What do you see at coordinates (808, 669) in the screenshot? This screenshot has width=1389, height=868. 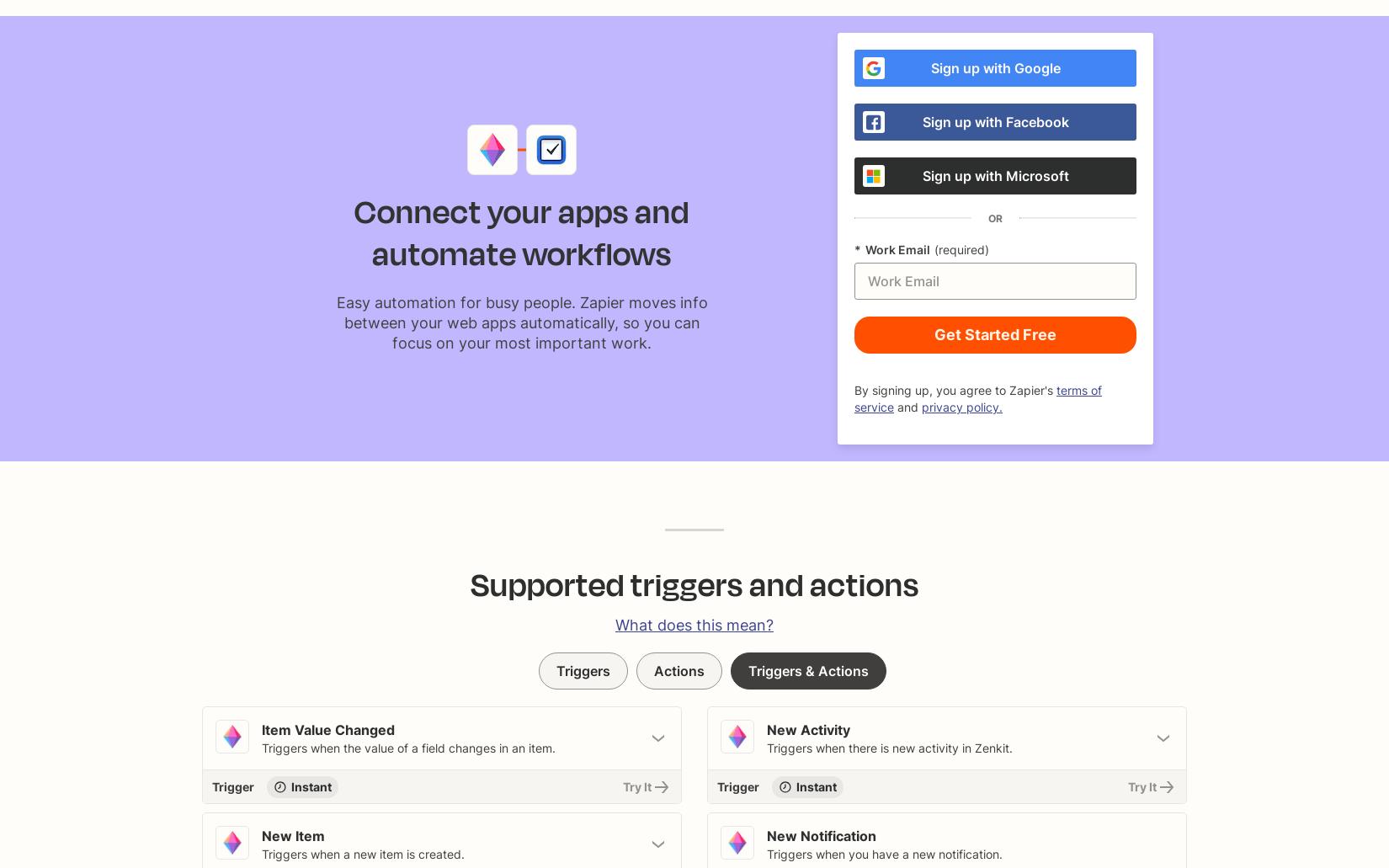 I see `'Triggers & Actions'` at bounding box center [808, 669].